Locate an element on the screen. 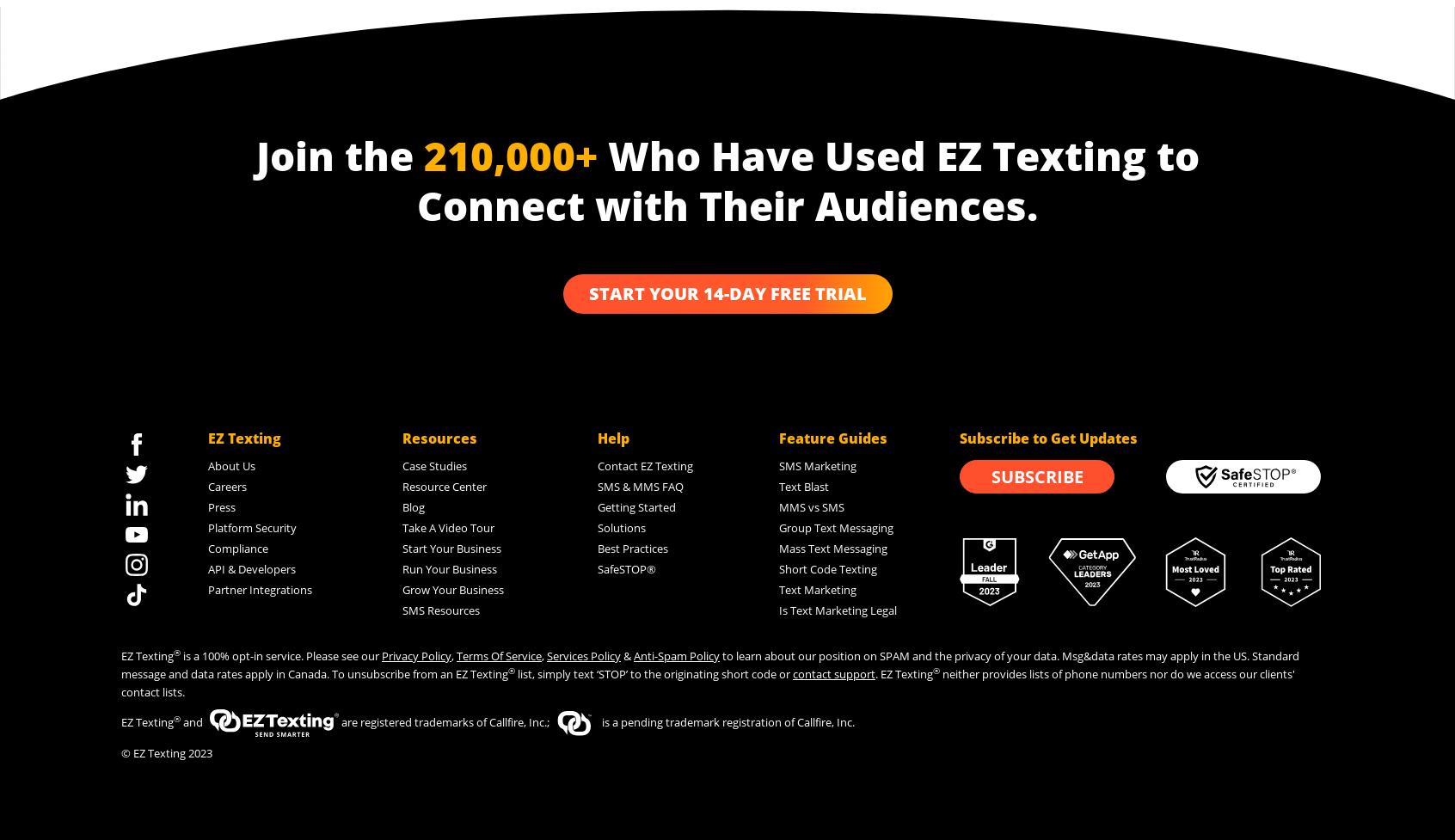 The height and width of the screenshot is (840, 1455). 'Text Marketing' is located at coordinates (817, 589).